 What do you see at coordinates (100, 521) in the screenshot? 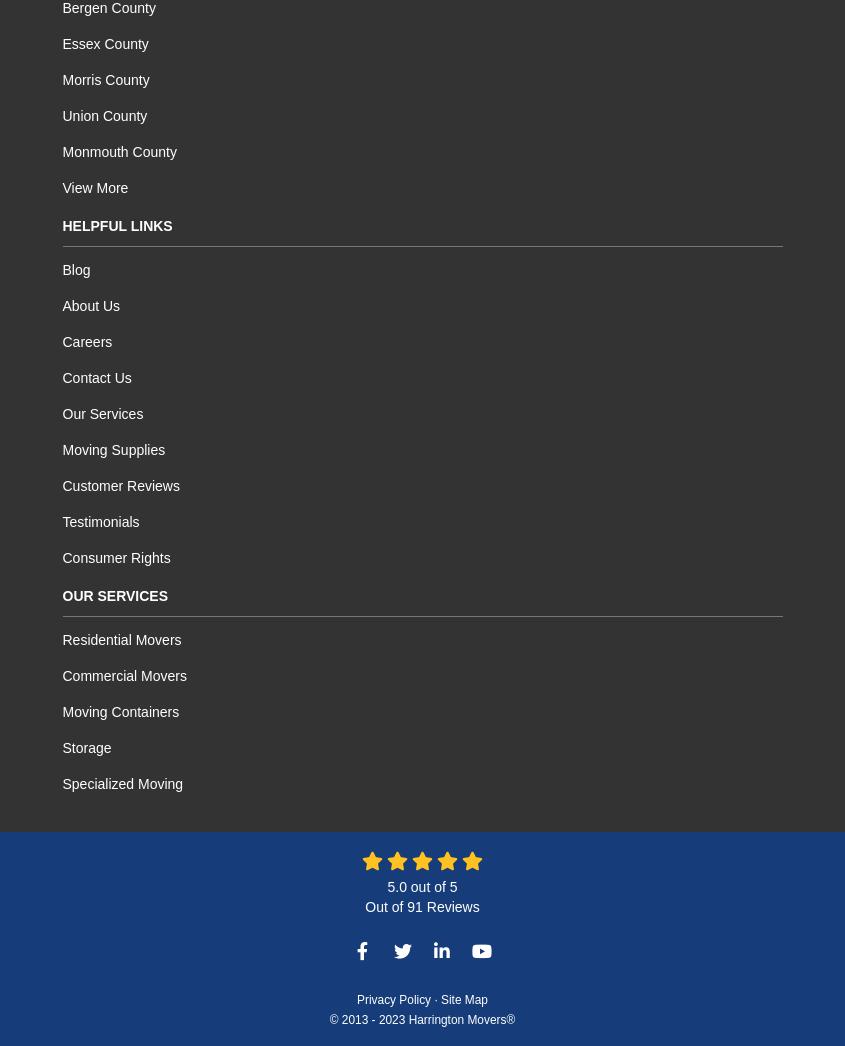
I see `'Testimonials'` at bounding box center [100, 521].